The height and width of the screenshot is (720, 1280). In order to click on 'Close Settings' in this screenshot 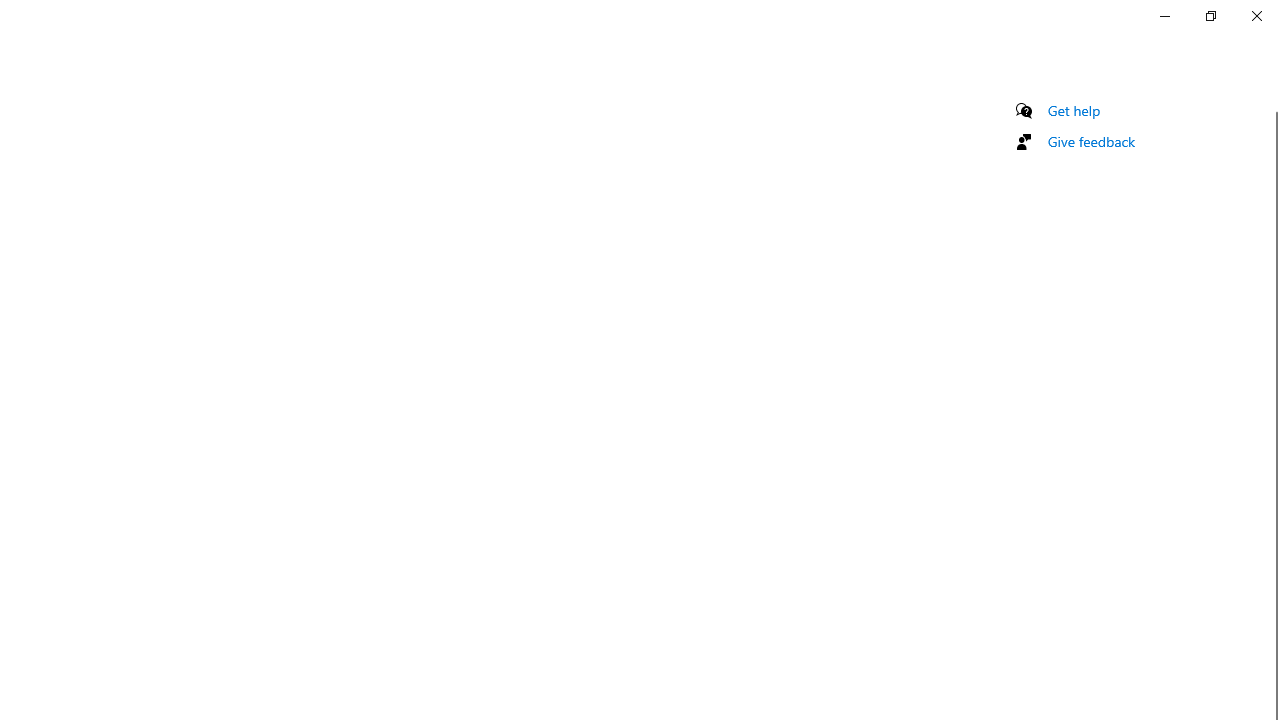, I will do `click(1255, 15)`.